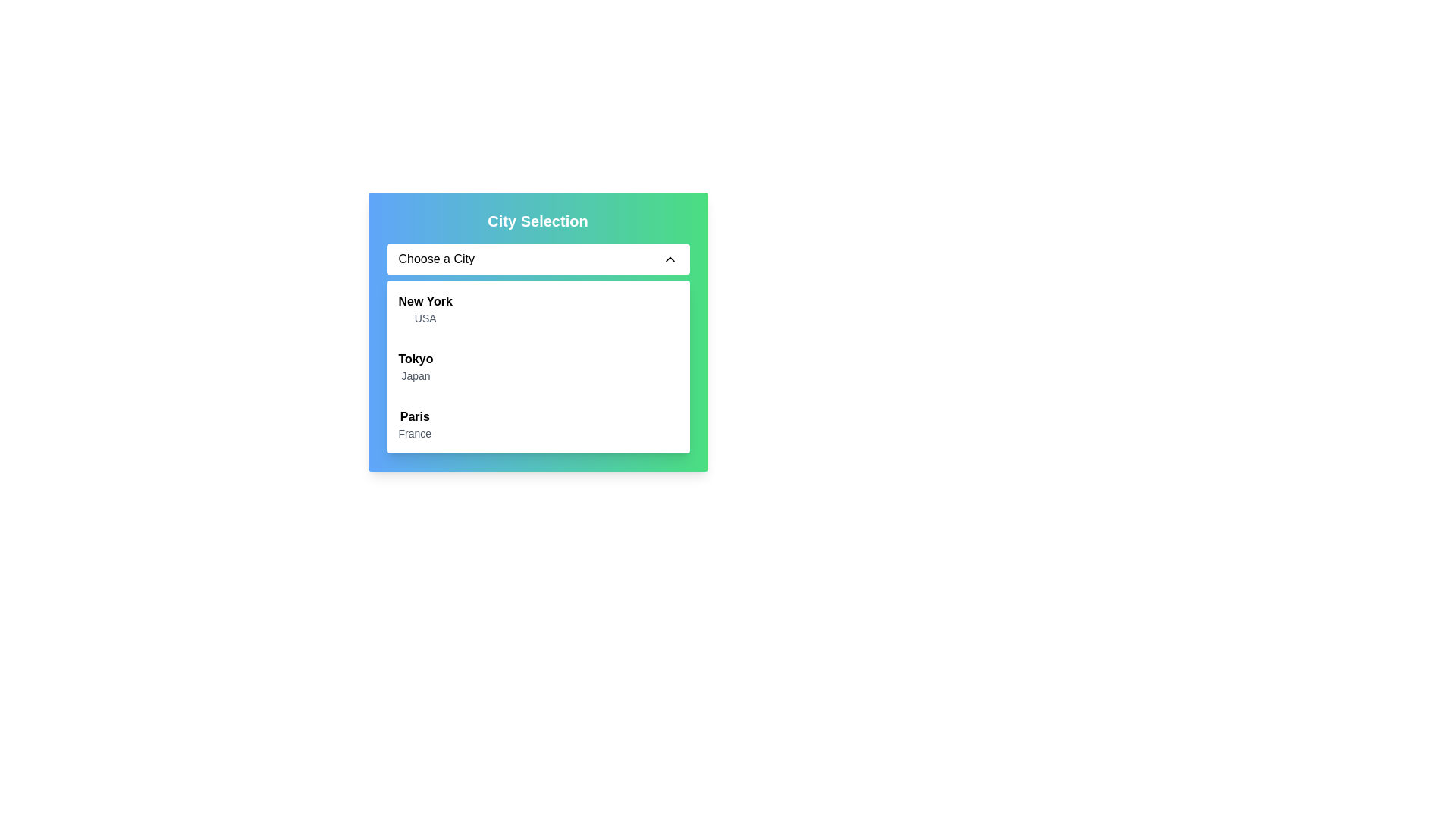 The width and height of the screenshot is (1456, 819). I want to click on the text label displaying the word 'Paris' in bold style, which is positioned above the word 'France' in the city selection dropdown list, so click(415, 417).